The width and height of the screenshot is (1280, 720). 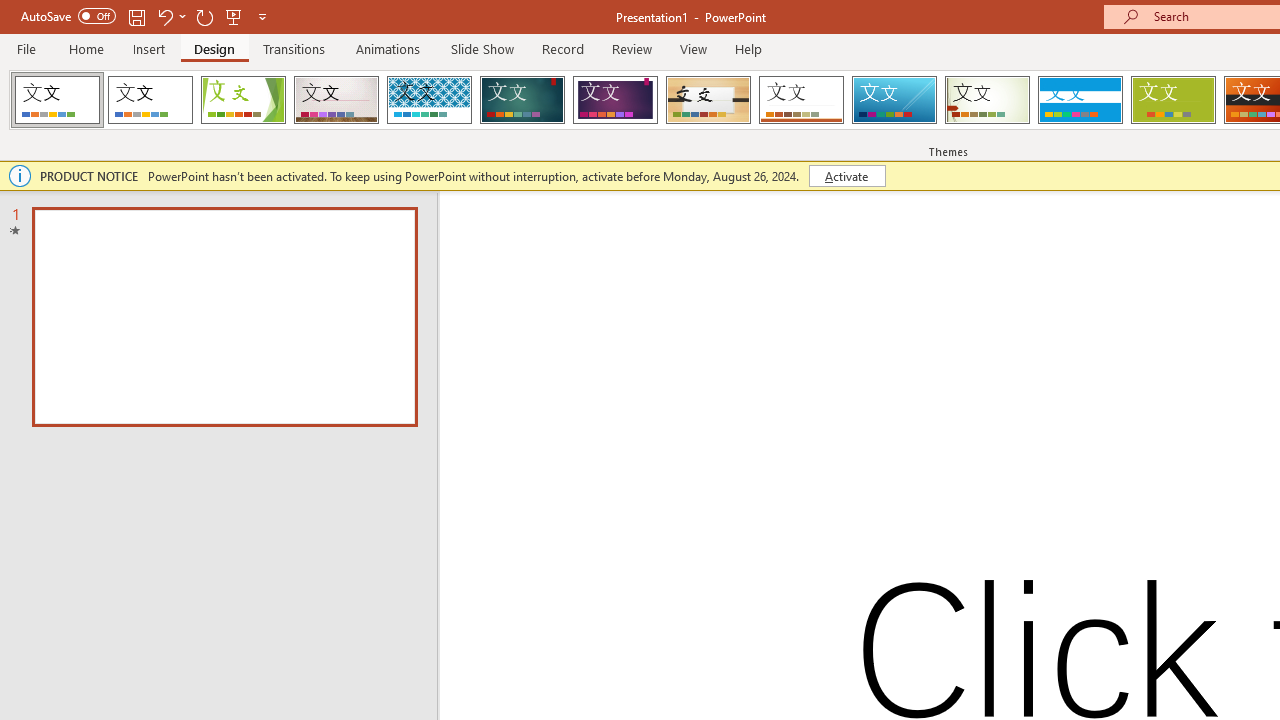 I want to click on 'Slice', so click(x=893, y=100).